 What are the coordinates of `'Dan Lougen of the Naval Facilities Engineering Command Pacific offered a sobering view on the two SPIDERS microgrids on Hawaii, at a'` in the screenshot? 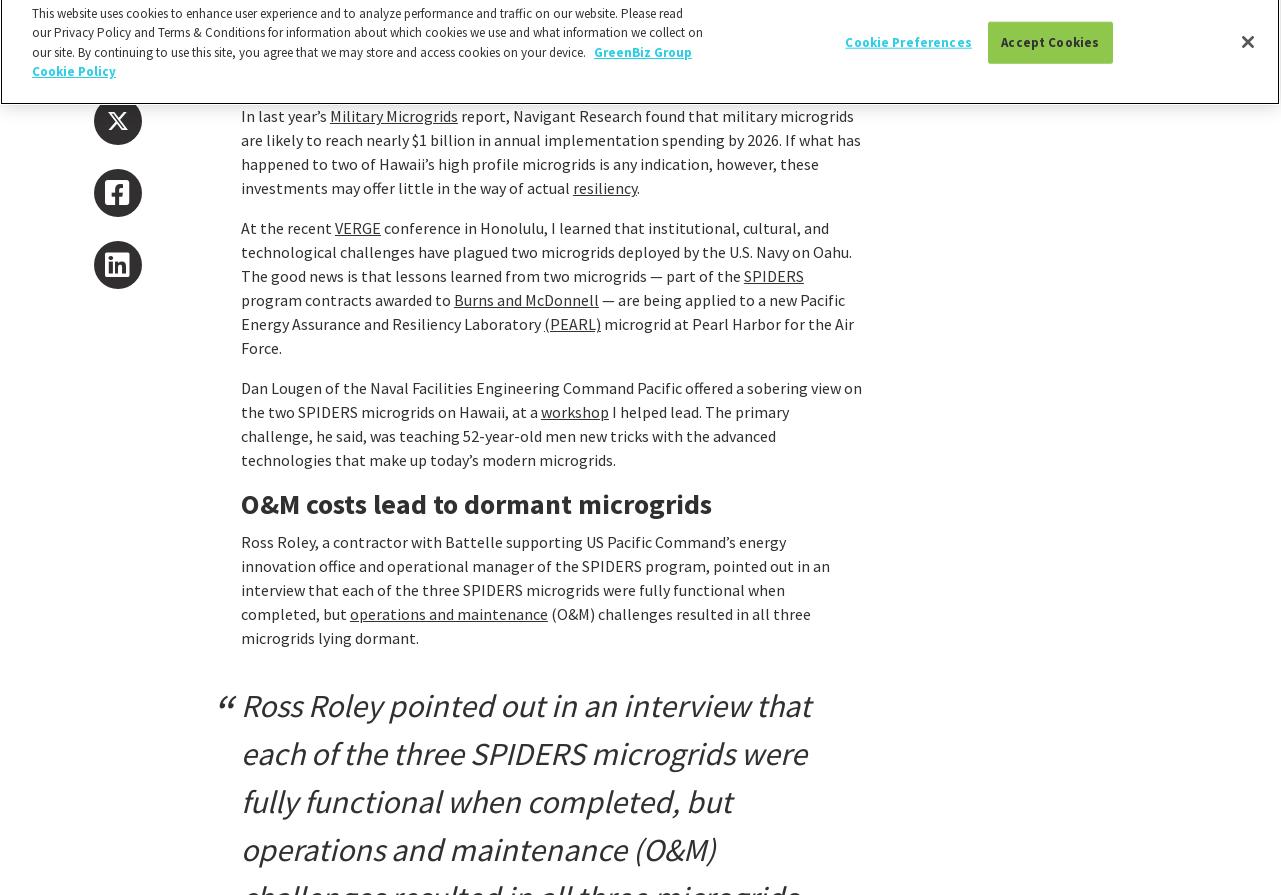 It's located at (550, 399).